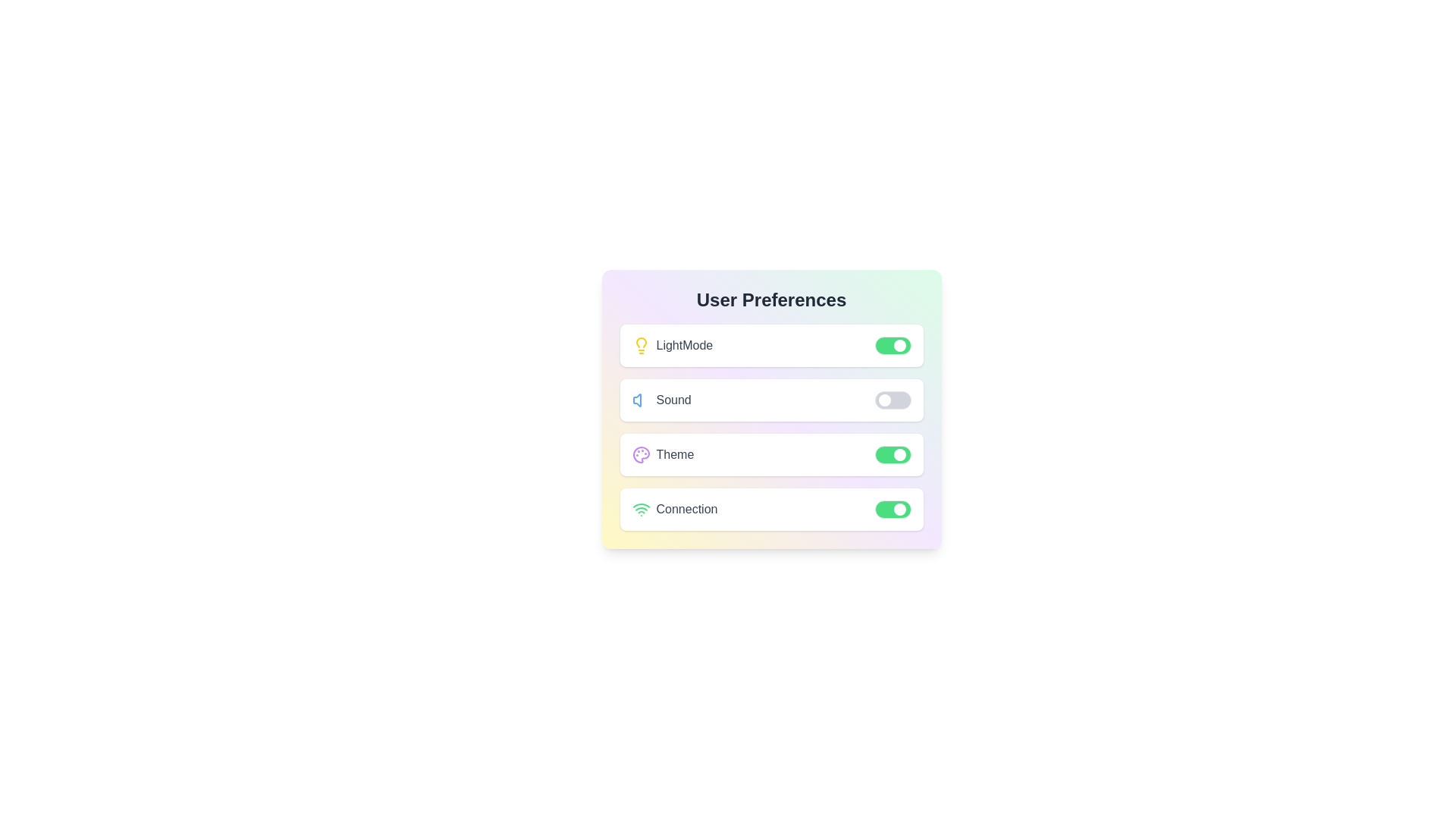 The image size is (1456, 819). Describe the element at coordinates (899, 509) in the screenshot. I see `the circular toggle indicator associated with the 'Connection' label in the 'User Preferences' section to change its state` at that location.